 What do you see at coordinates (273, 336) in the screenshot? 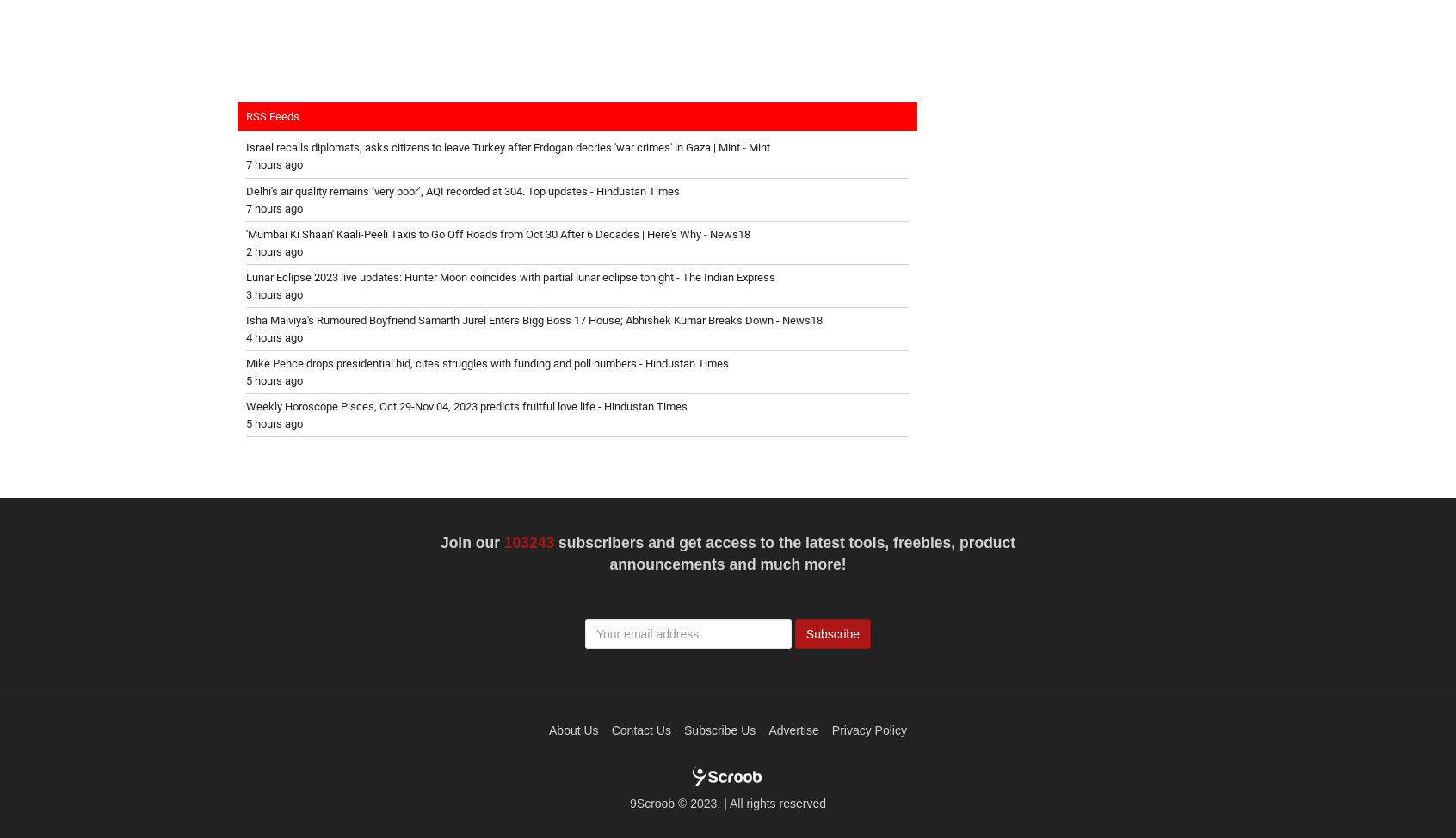
I see `'4 hours ago'` at bounding box center [273, 336].